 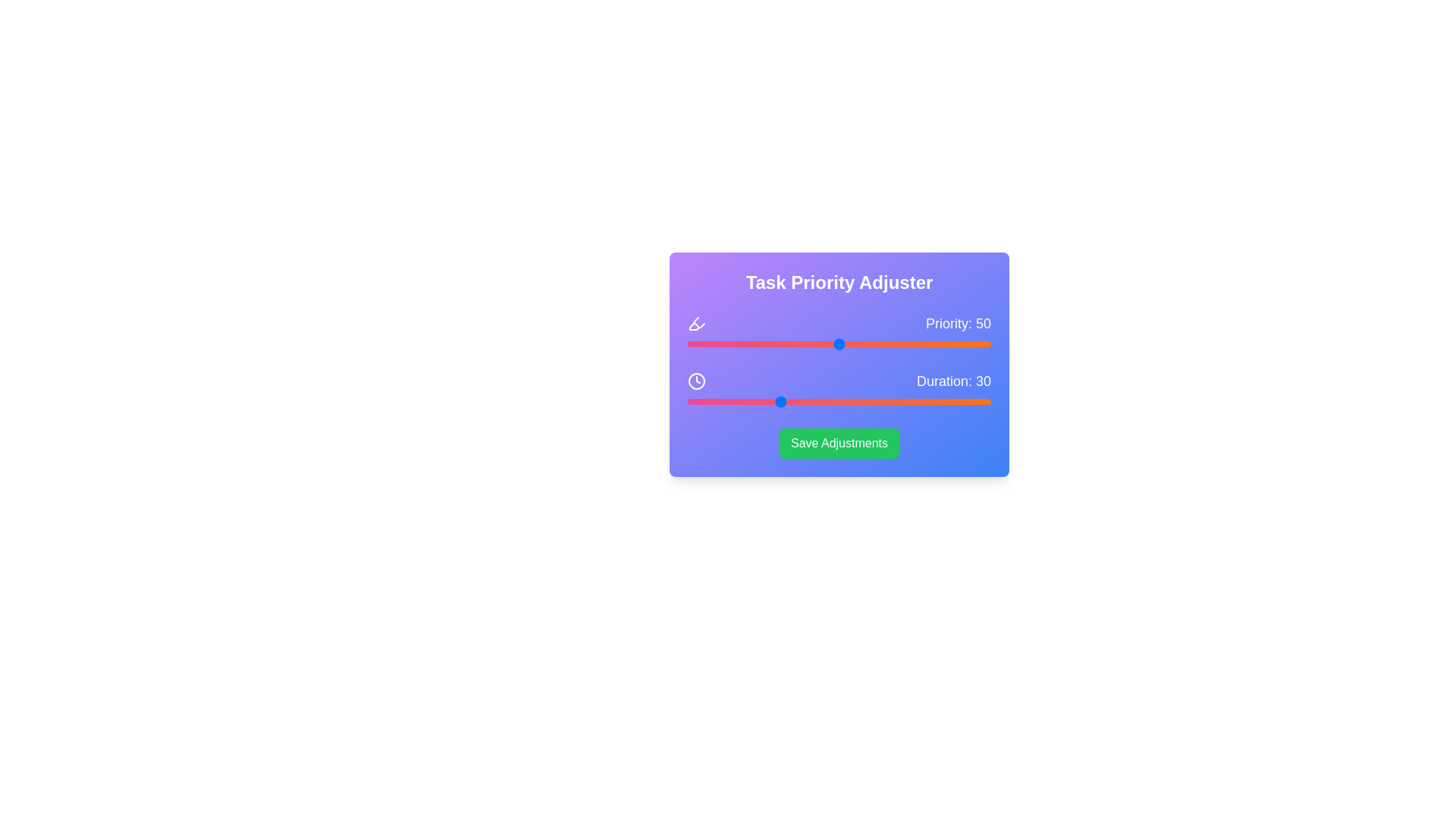 What do you see at coordinates (693, 344) in the screenshot?
I see `the priority slider to set its value to 2` at bounding box center [693, 344].